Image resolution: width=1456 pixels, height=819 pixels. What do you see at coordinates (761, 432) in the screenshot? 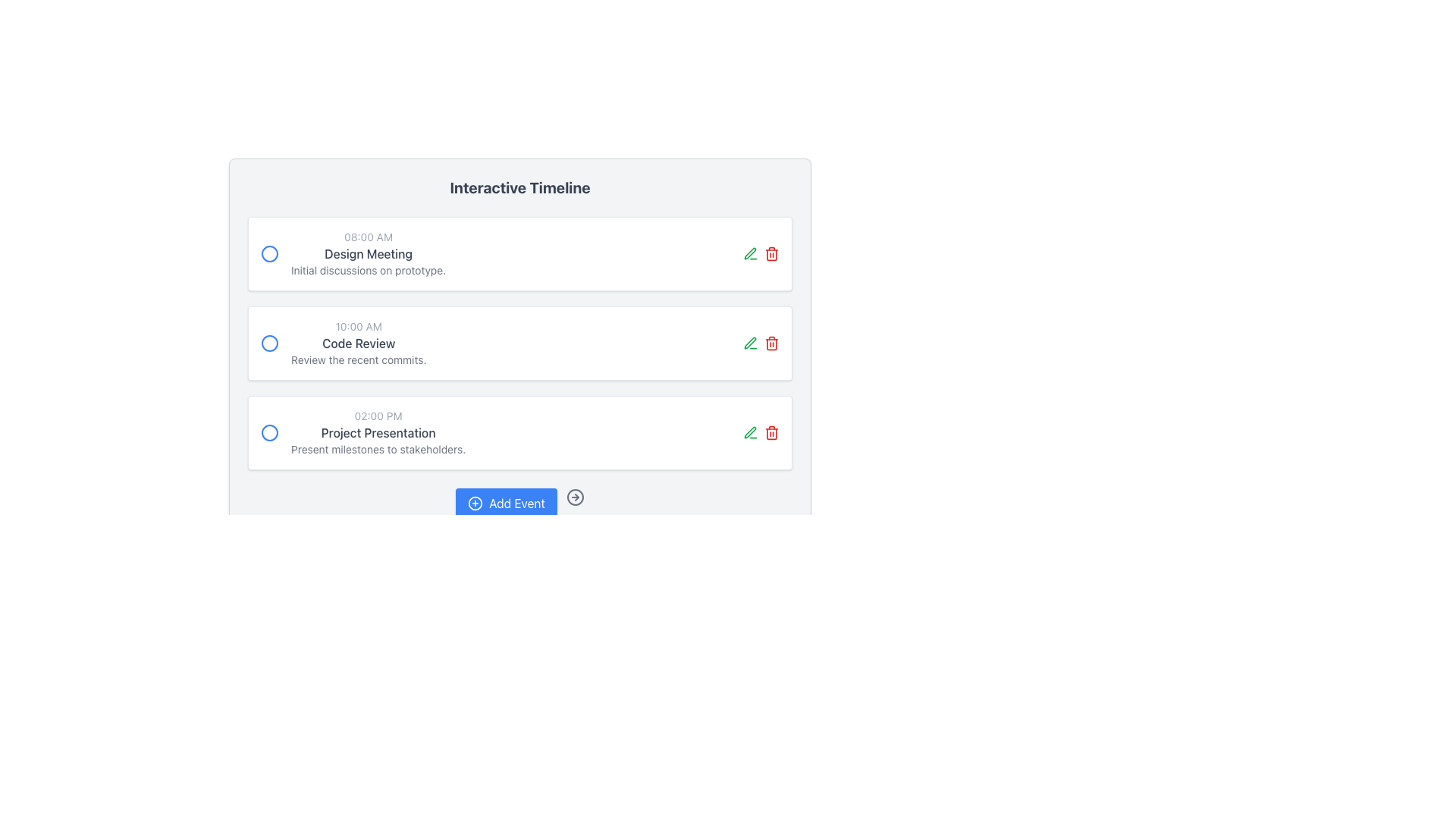
I see `the green pen icon located at the top-right corner of the 'Project Presentation' item` at bounding box center [761, 432].